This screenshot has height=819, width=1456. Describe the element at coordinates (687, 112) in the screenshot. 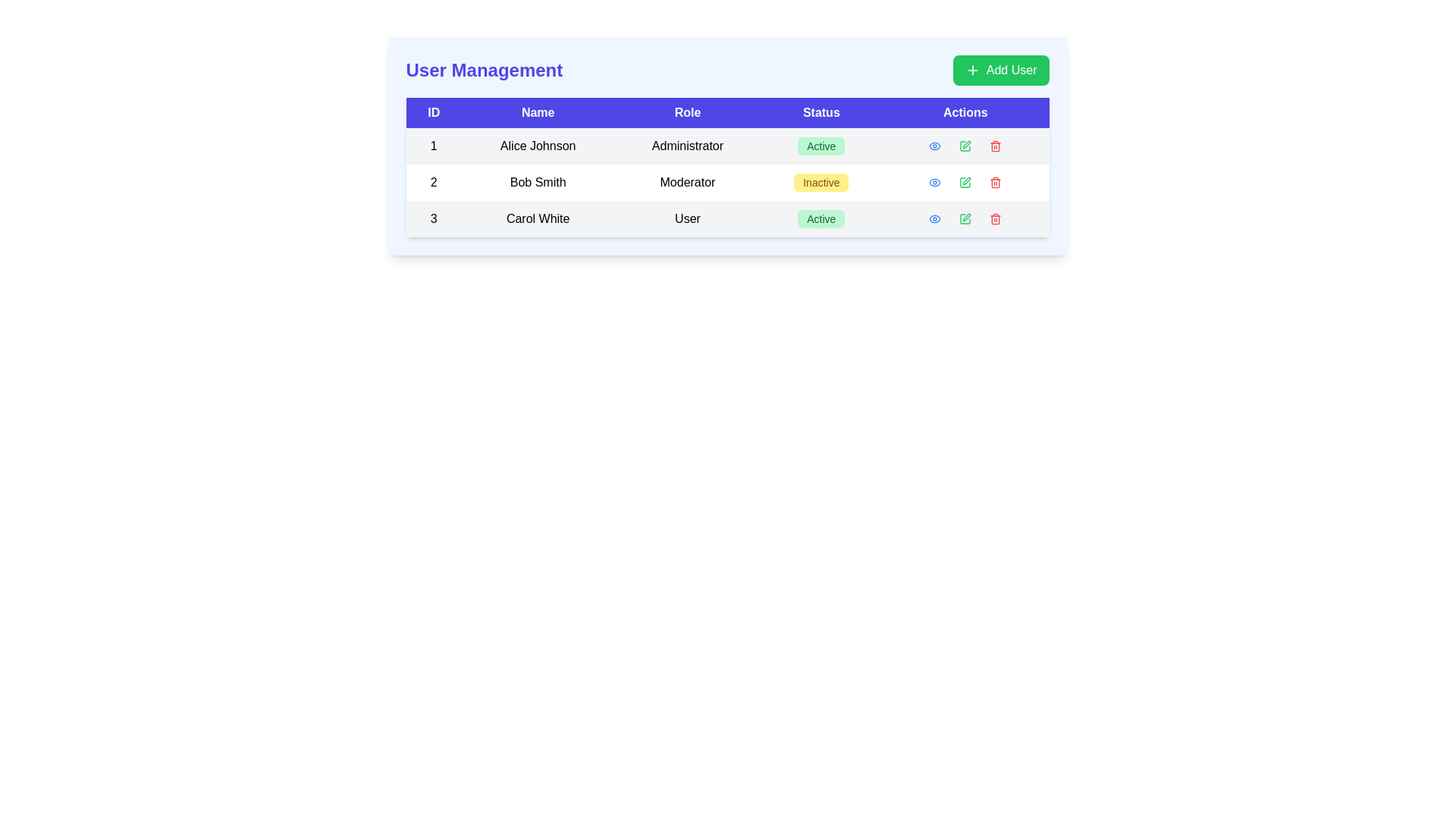

I see `the 'Role' header label, which is styled with a bold white font on a purple background and is the third header in a table layout` at that location.